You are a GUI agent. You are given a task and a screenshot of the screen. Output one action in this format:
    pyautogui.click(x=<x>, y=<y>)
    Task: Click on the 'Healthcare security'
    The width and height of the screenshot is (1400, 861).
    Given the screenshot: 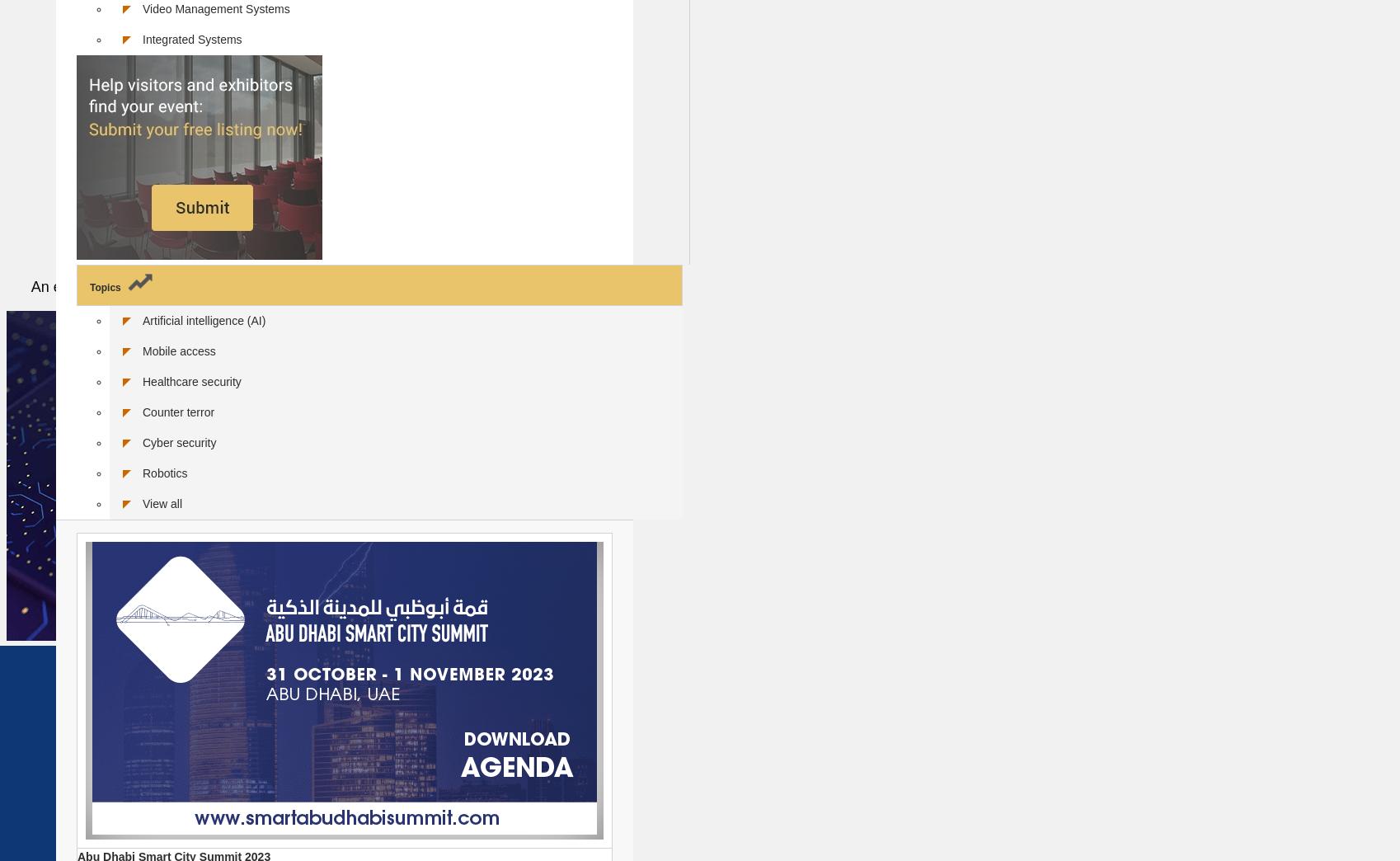 What is the action you would take?
    pyautogui.click(x=191, y=380)
    